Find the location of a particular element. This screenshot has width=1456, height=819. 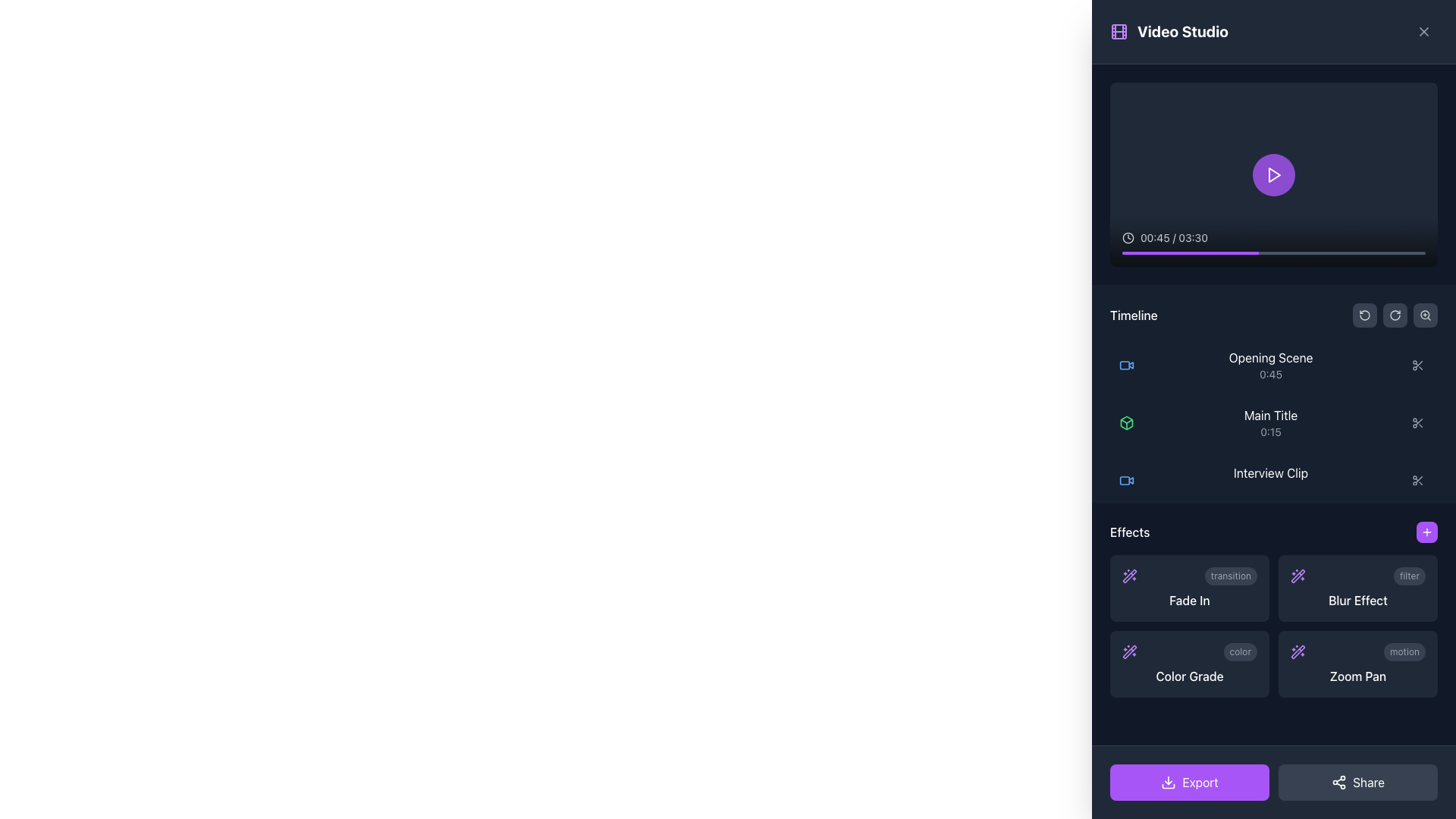

the compact, square-shaped icon with a green outline representing a 3D box design, located to the left of the text 'Main Title' in the 'Timeline' section is located at coordinates (1127, 423).